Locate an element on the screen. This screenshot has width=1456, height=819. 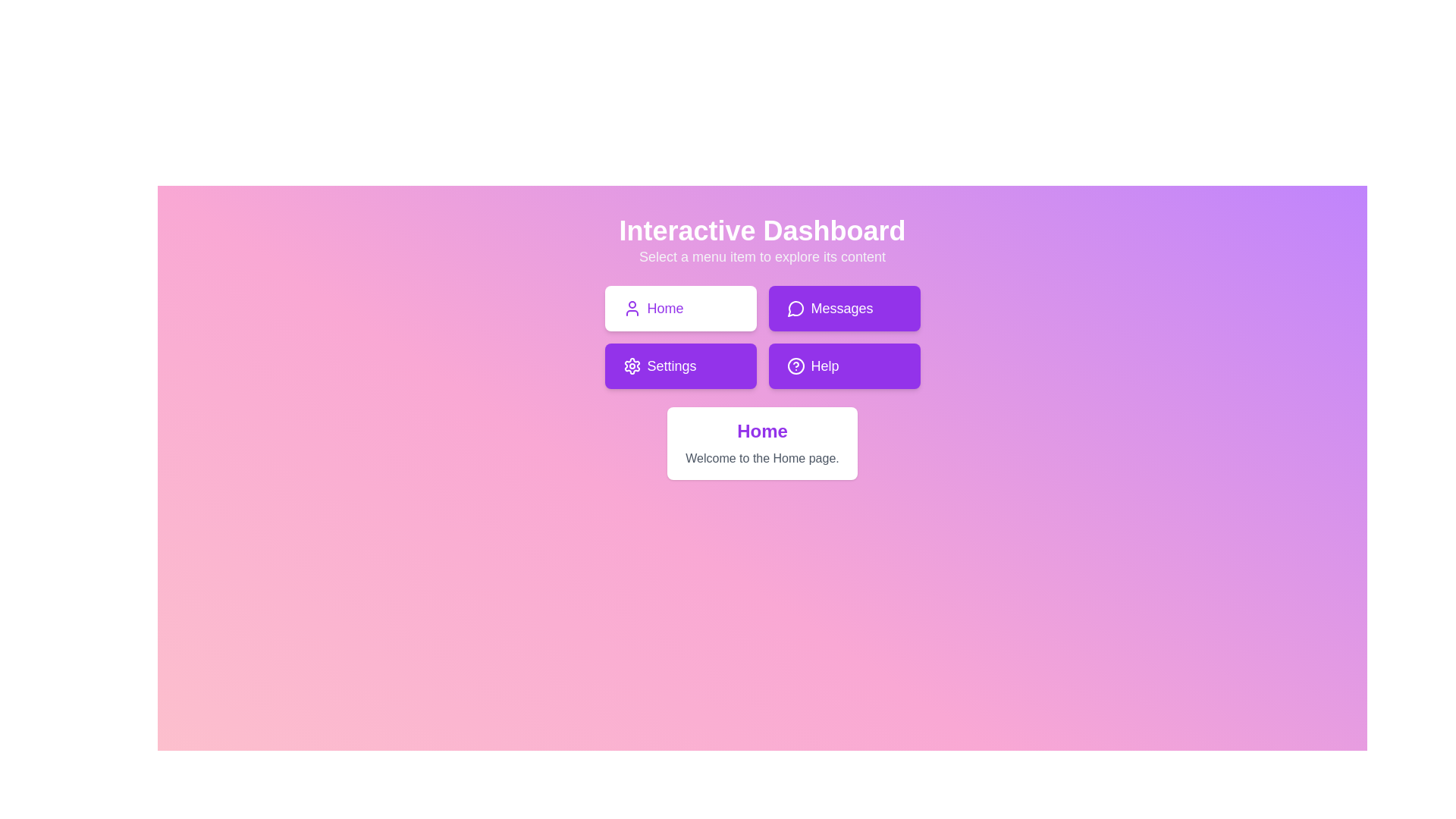
the menu item Settings by clicking on its corresponding button is located at coordinates (679, 366).